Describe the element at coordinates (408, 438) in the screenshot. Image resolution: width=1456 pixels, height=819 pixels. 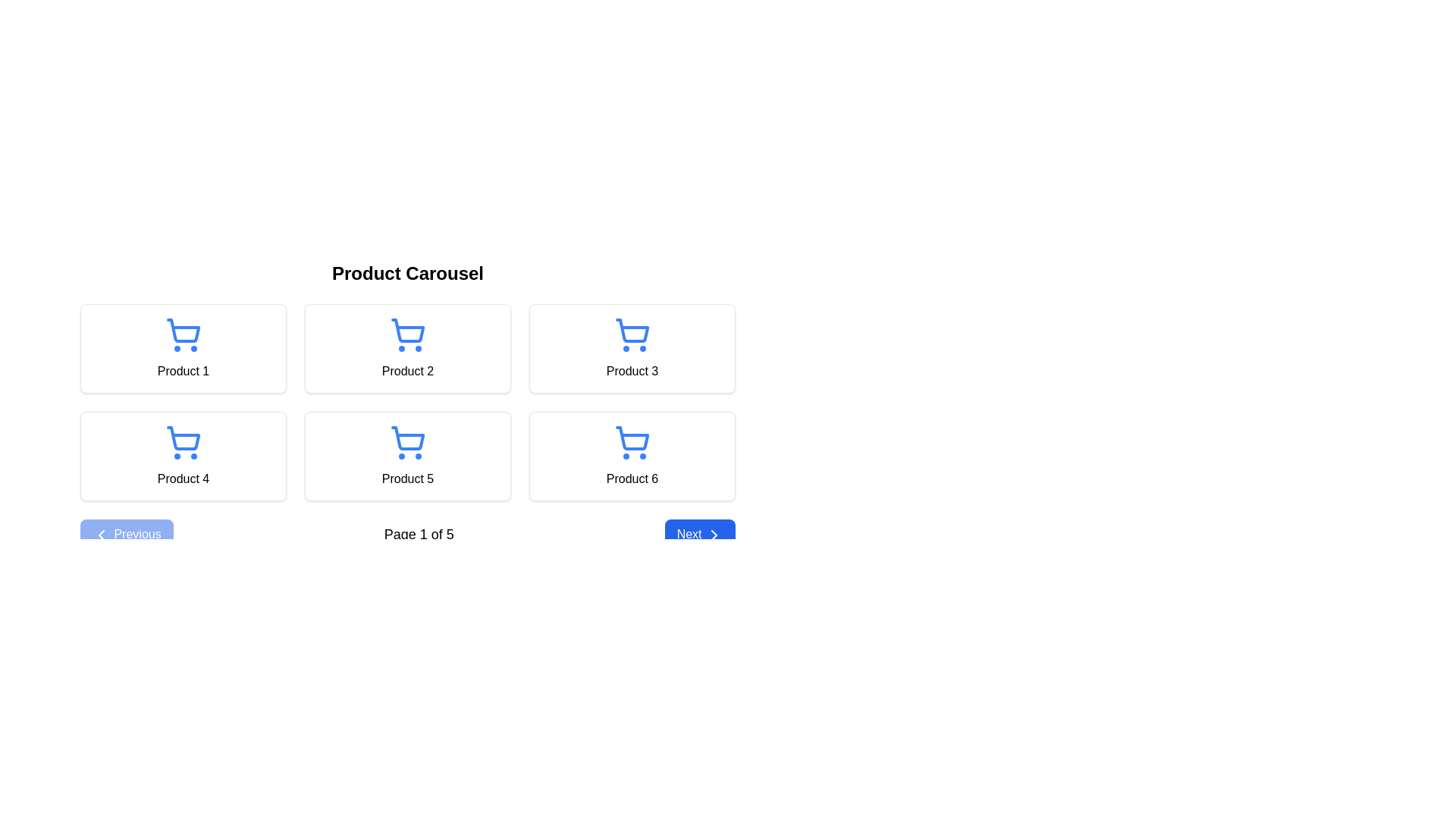
I see `the shopping cart icon represented by a blue outline, located in the bottom row, middle column of the product grid for 'Product 5'` at that location.